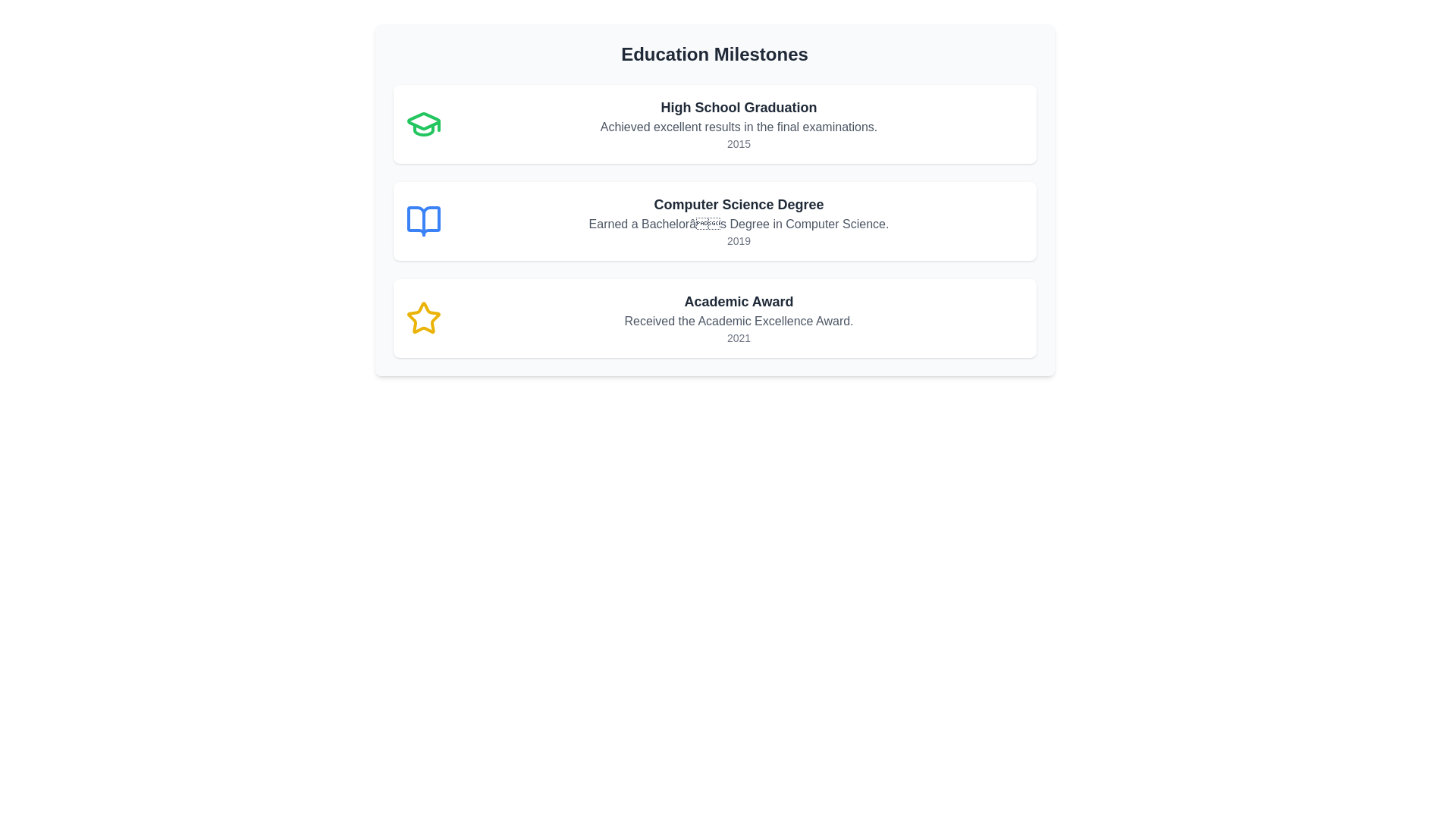 The width and height of the screenshot is (1456, 819). What do you see at coordinates (423, 221) in the screenshot?
I see `the left segment of the book icon representing education in the 'Computer Science Degree' milestone, located in the second item in the list` at bounding box center [423, 221].